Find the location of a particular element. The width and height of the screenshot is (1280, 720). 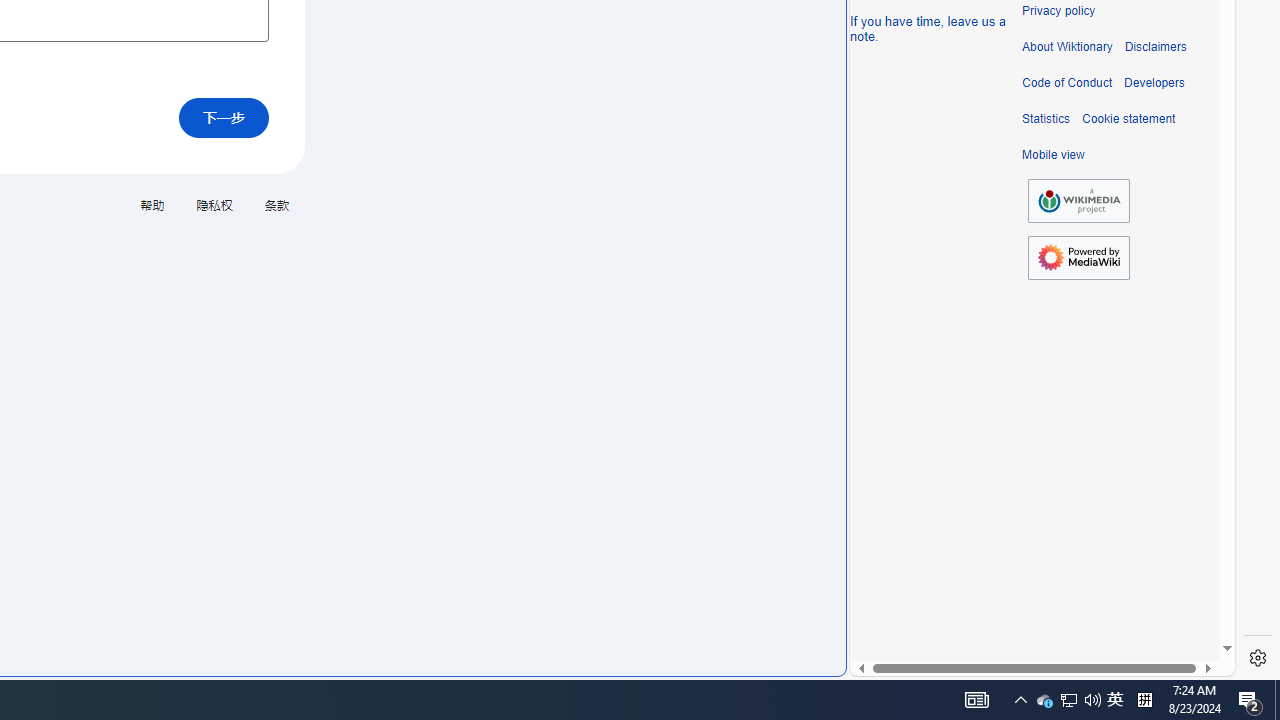

'Code of Conduct' is located at coordinates (1066, 82).